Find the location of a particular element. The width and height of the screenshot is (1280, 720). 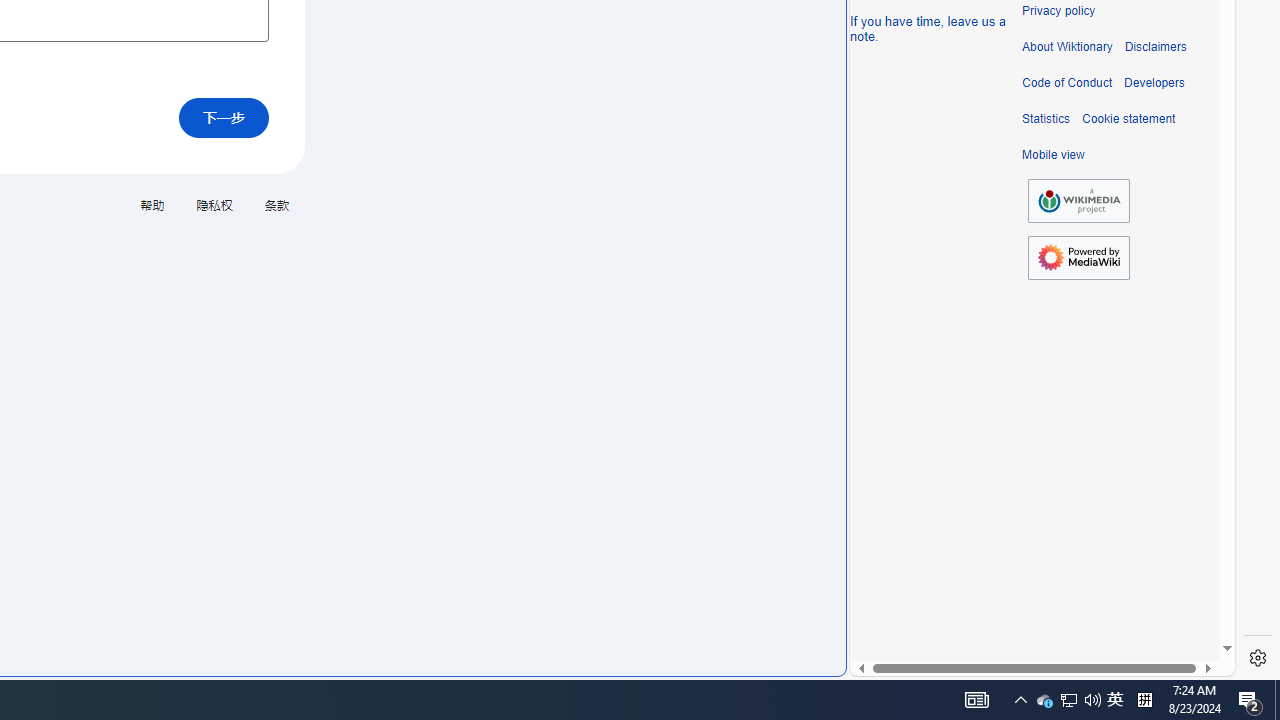

'Code of Conduct' is located at coordinates (1066, 82).